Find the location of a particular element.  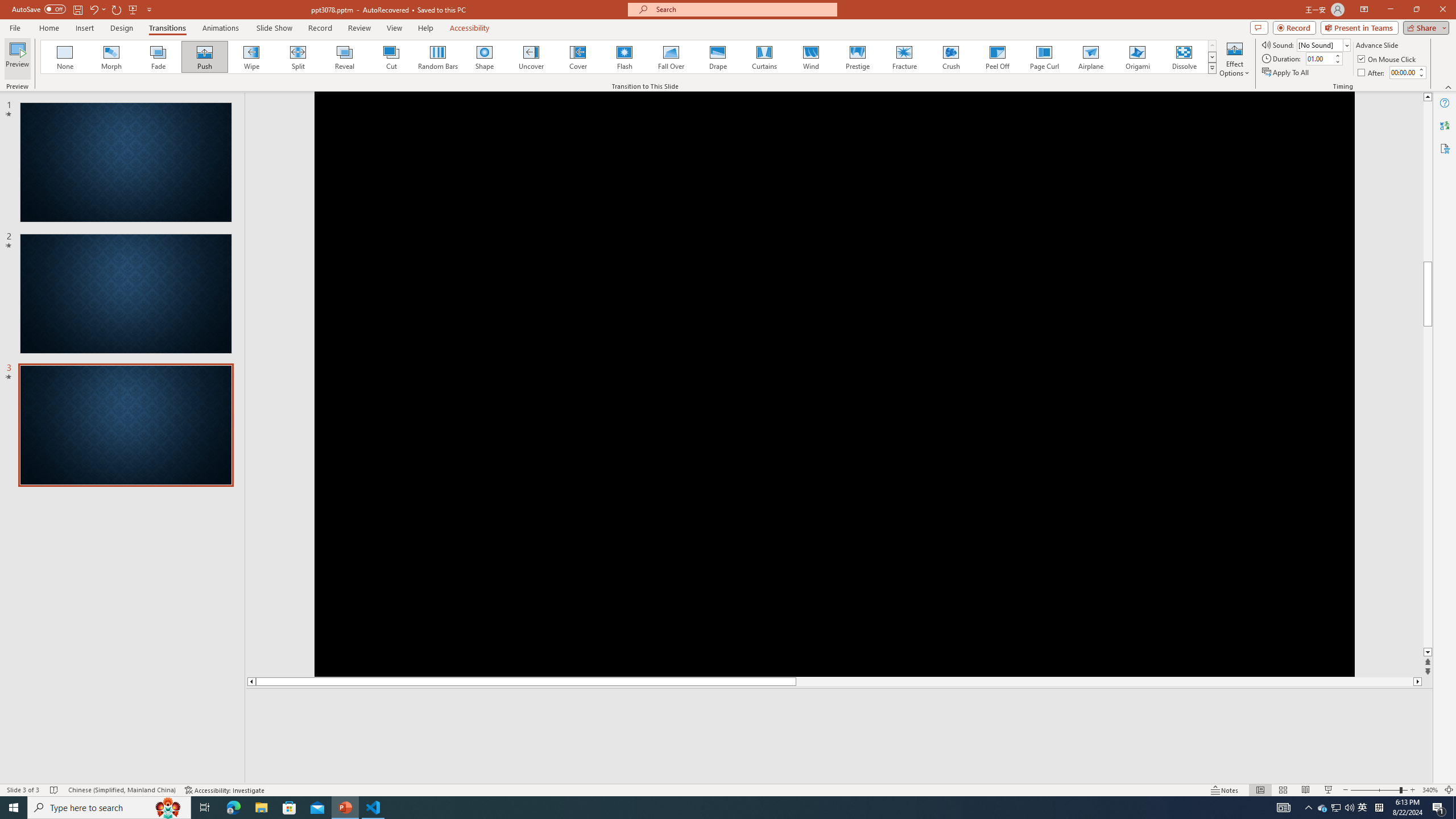

'Zoom 340%' is located at coordinates (1430, 790).